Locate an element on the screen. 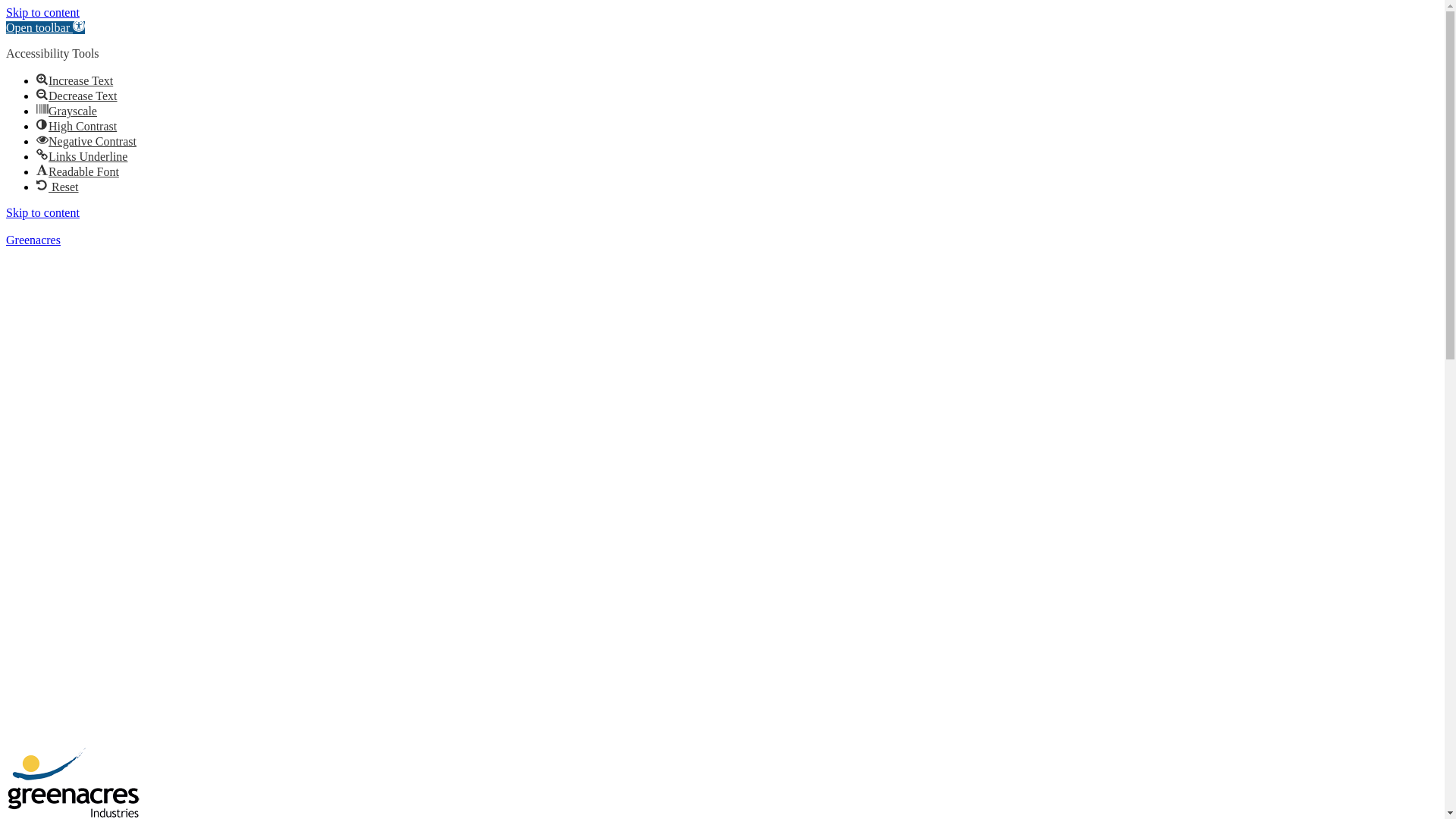 This screenshot has width=1456, height=819. 'Greenacres' is located at coordinates (33, 239).